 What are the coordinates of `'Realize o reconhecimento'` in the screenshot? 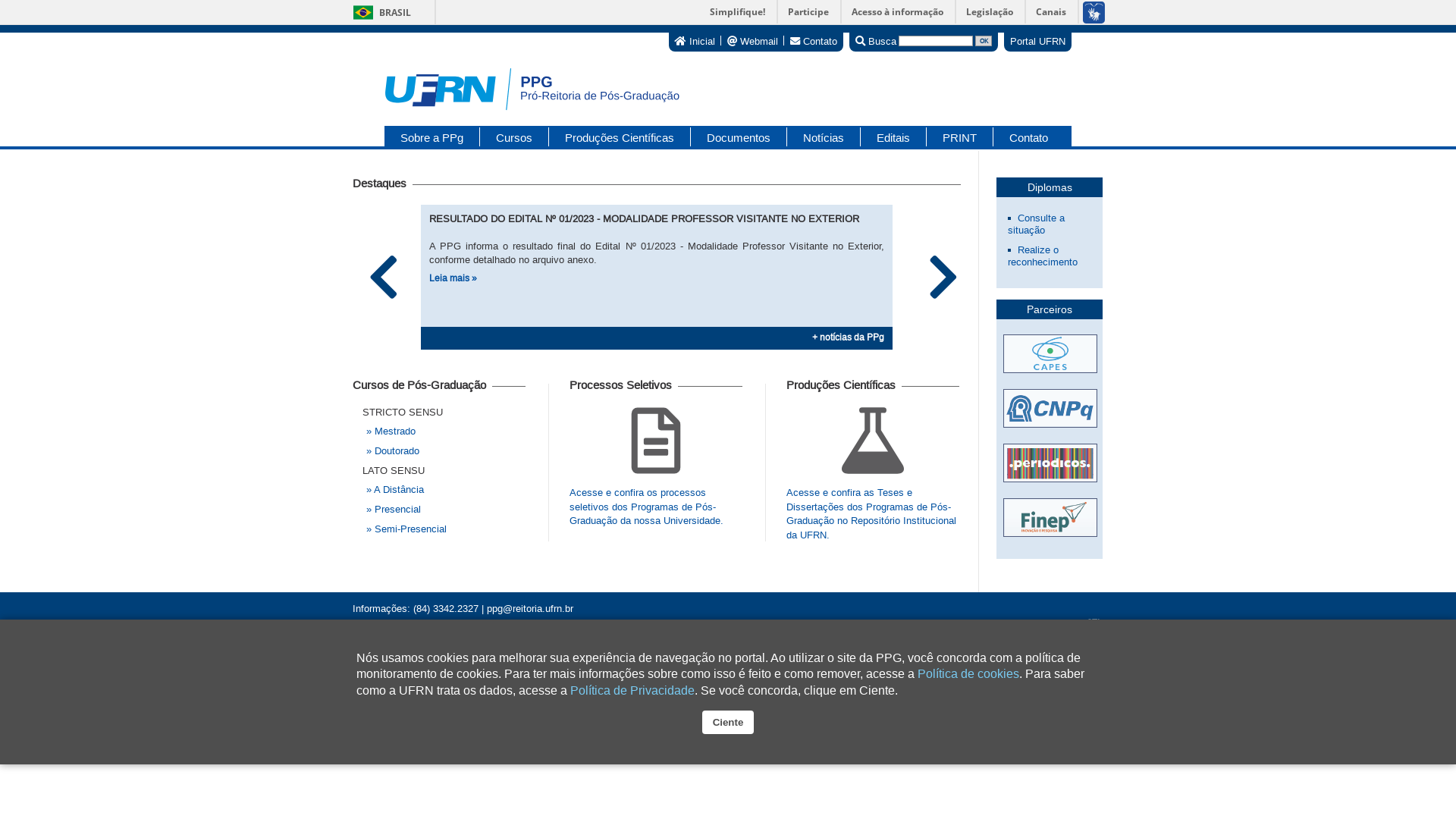 It's located at (1041, 255).